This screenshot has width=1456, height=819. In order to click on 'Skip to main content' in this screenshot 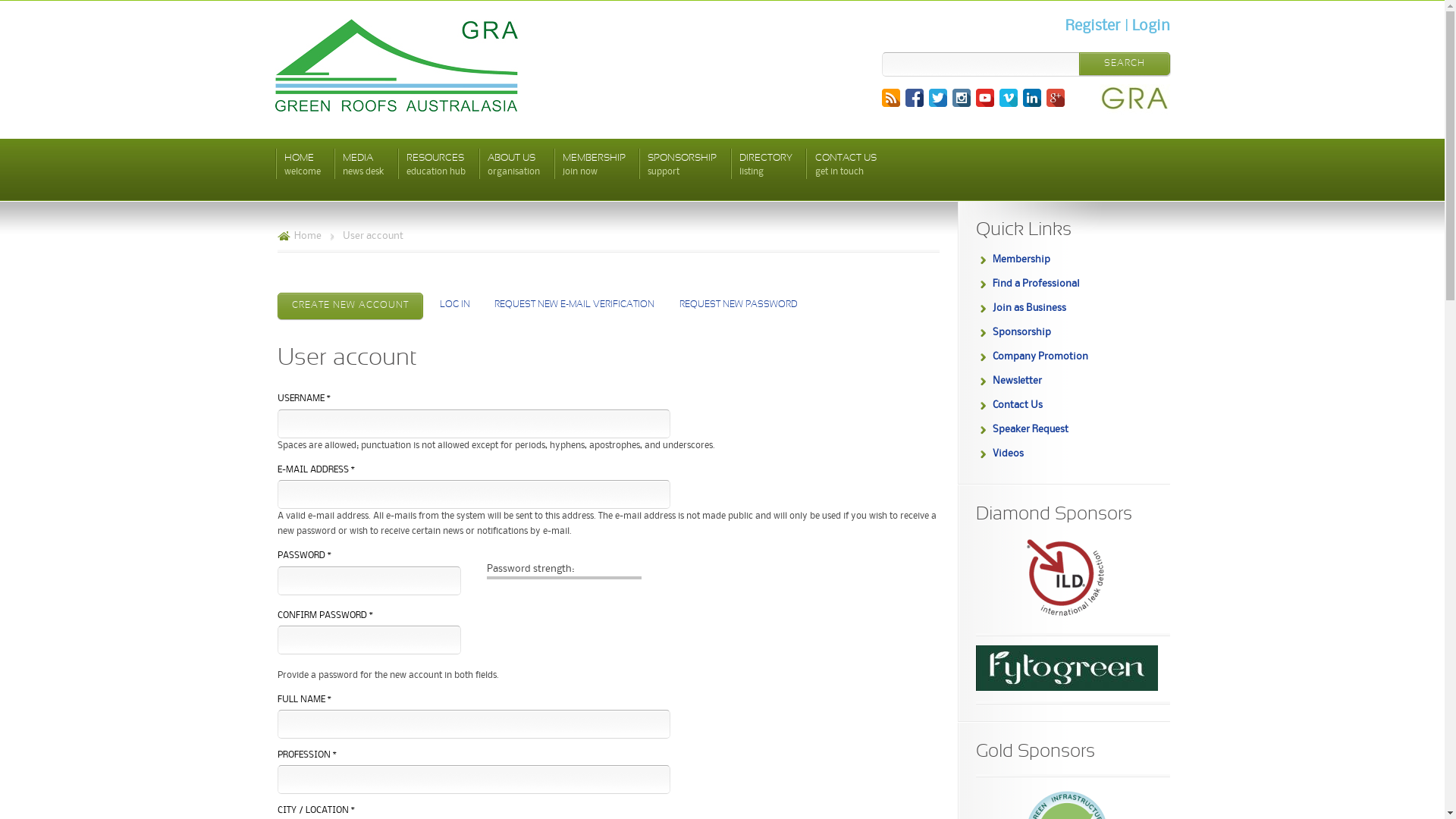, I will do `click(700, 2)`.